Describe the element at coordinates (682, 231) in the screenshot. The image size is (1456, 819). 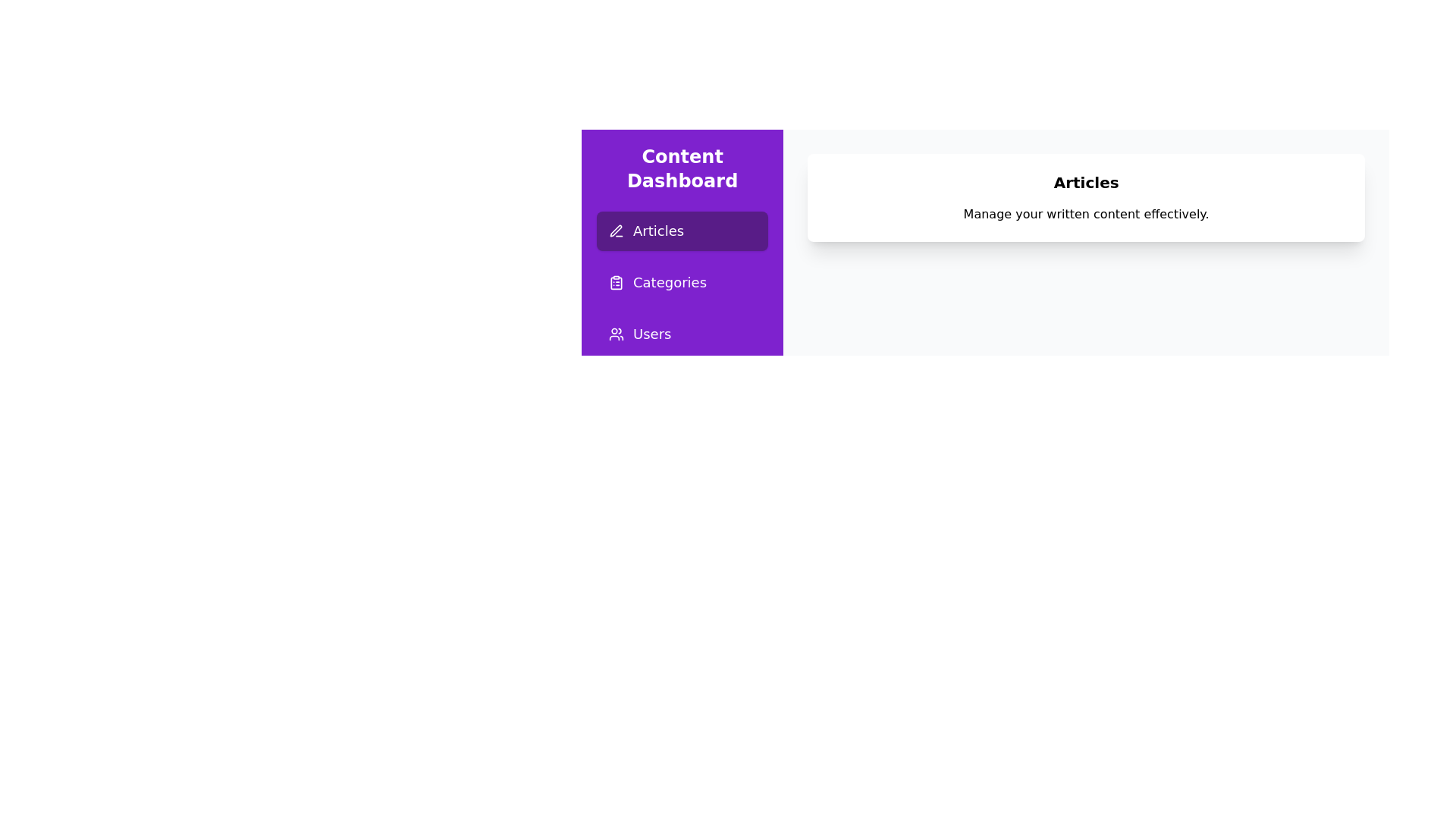
I see `the sidebar button for the page Articles` at that location.